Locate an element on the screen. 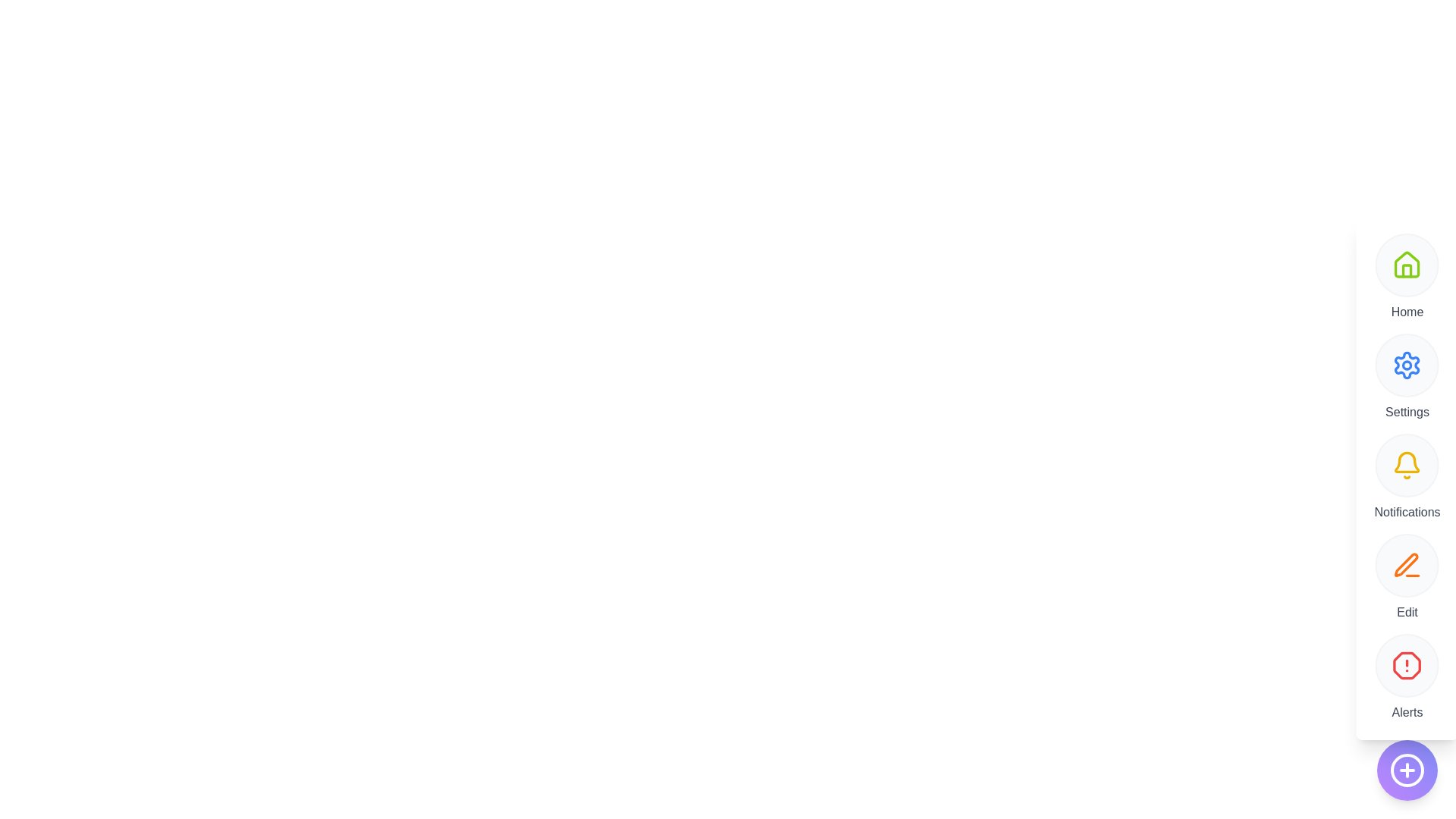  the Home button to trigger its functionality is located at coordinates (1407, 265).